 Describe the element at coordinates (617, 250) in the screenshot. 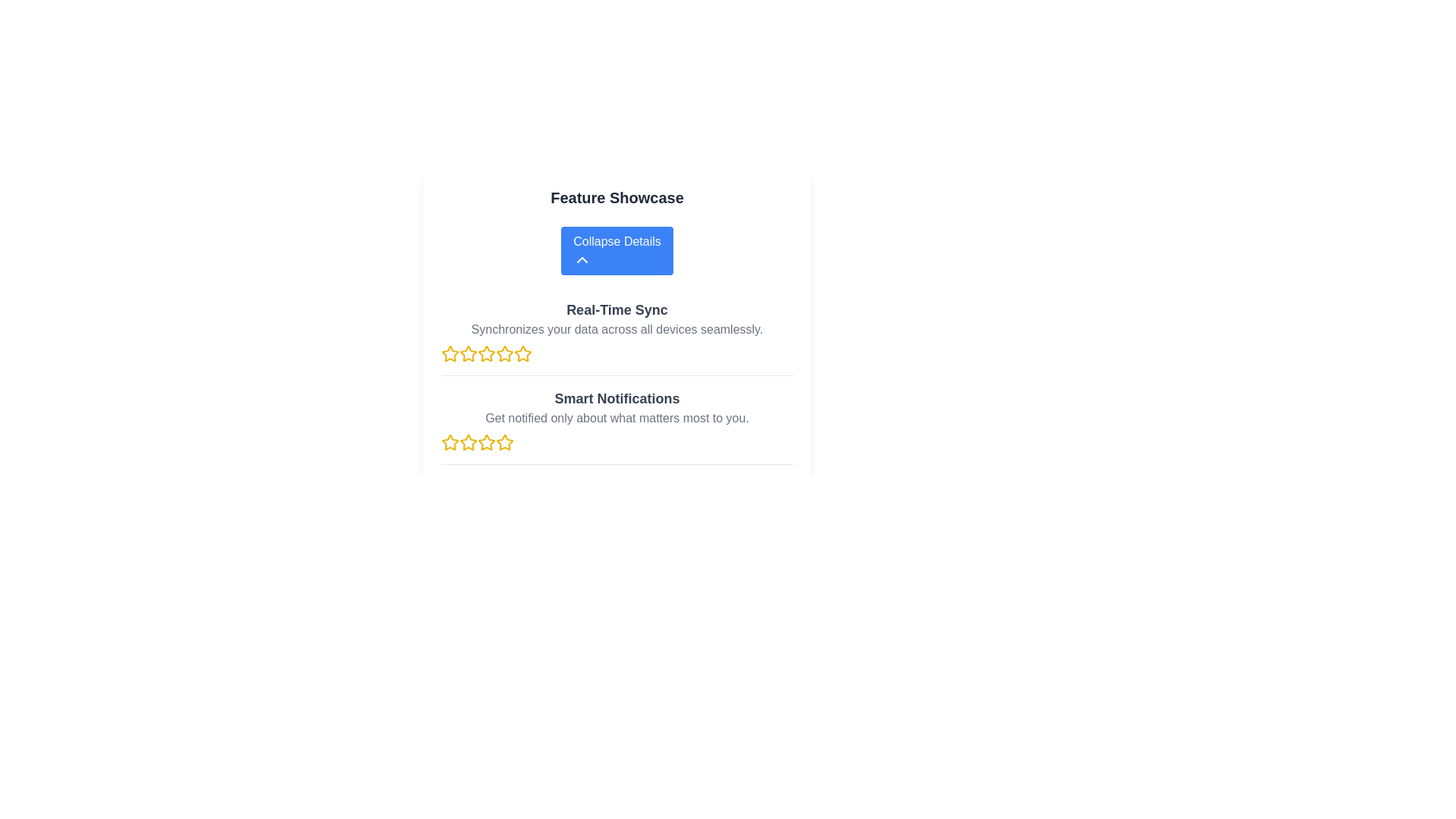

I see `button labeled 'Collapse Details' to toggle the visibility of the details` at that location.